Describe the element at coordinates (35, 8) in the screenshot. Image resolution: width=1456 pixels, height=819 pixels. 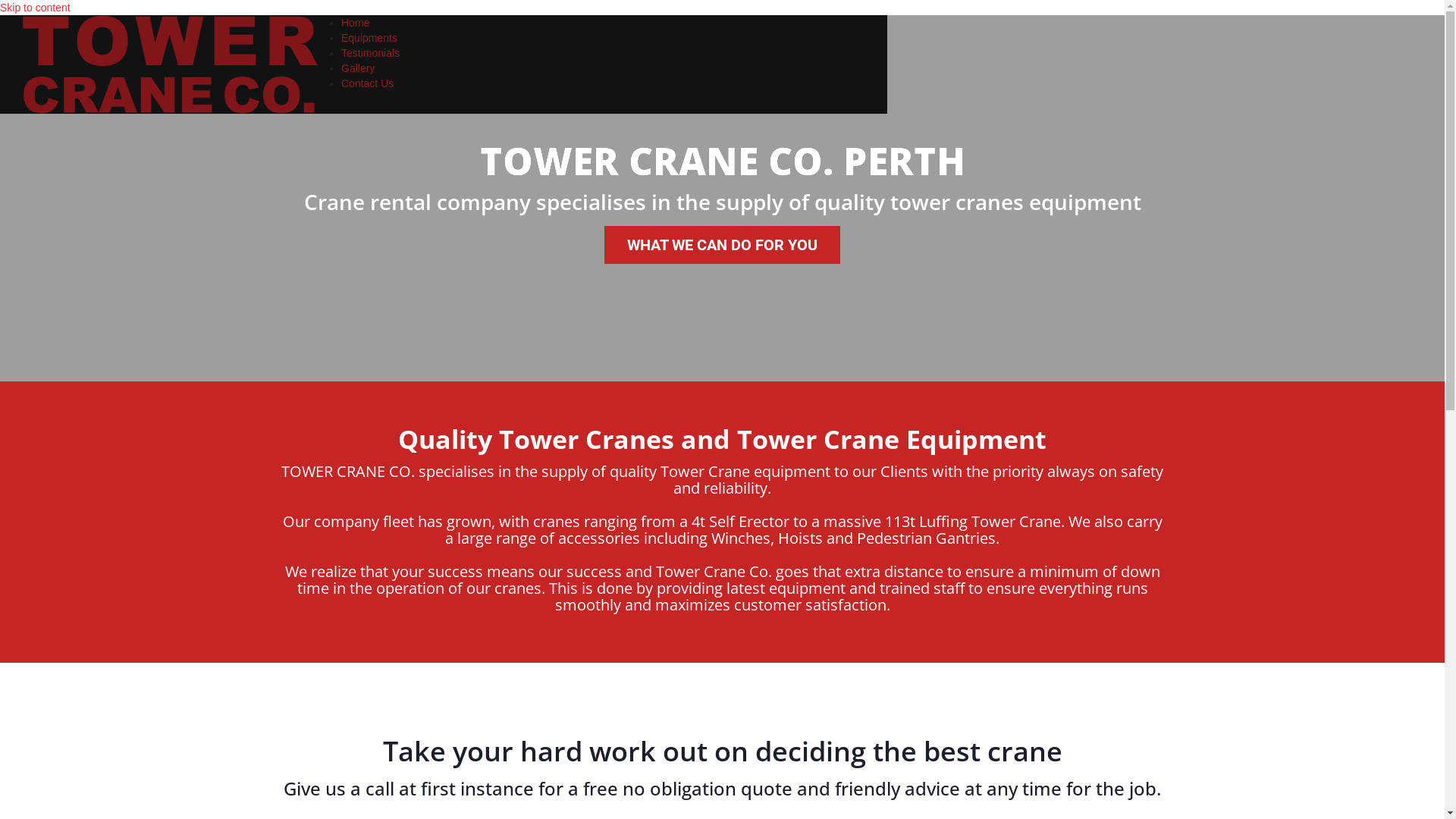
I see `'Skip to content'` at that location.